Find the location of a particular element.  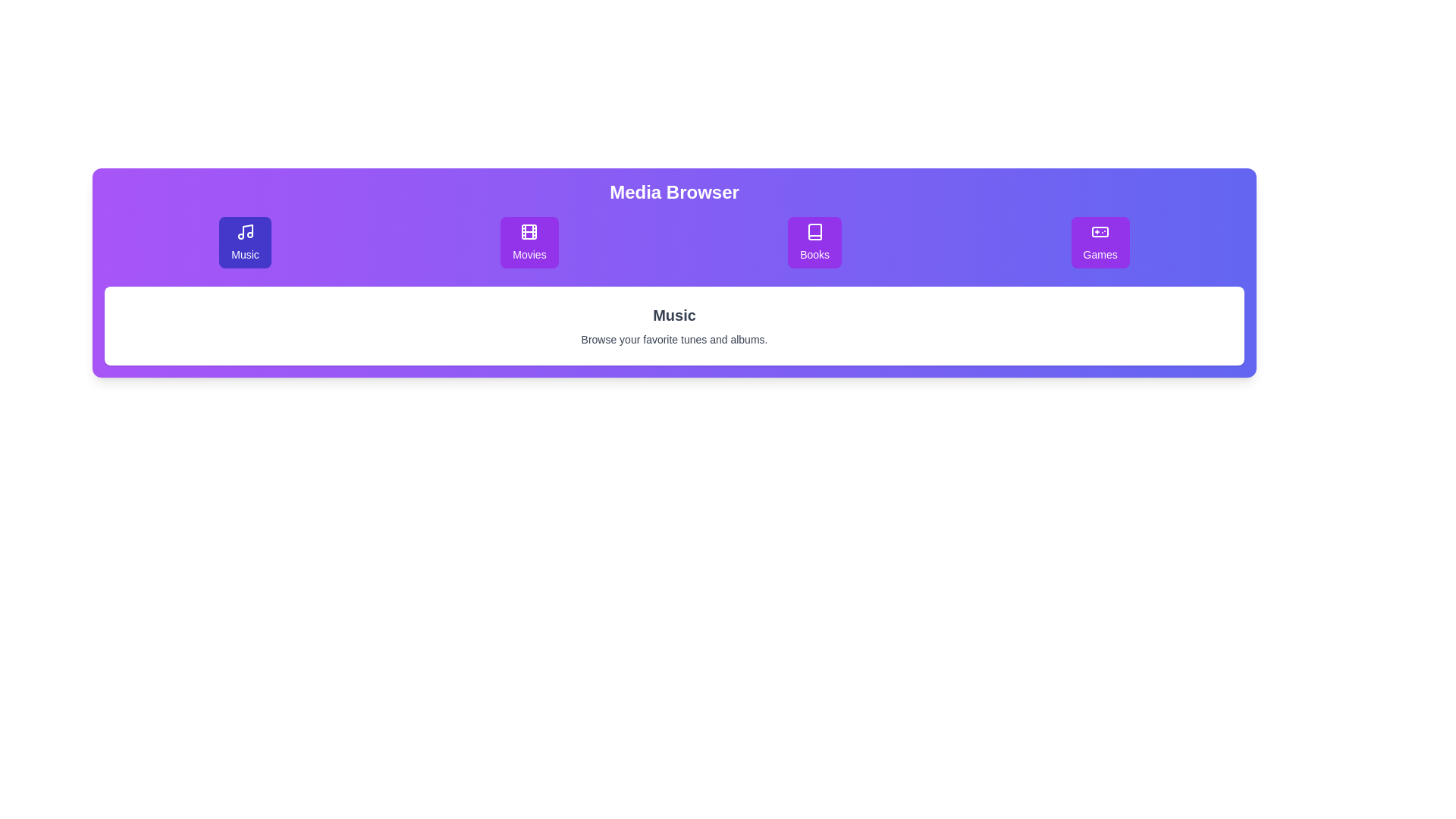

the Music icon located inside the first purple rectangular tile in the top row of the Media Browser section is located at coordinates (244, 231).